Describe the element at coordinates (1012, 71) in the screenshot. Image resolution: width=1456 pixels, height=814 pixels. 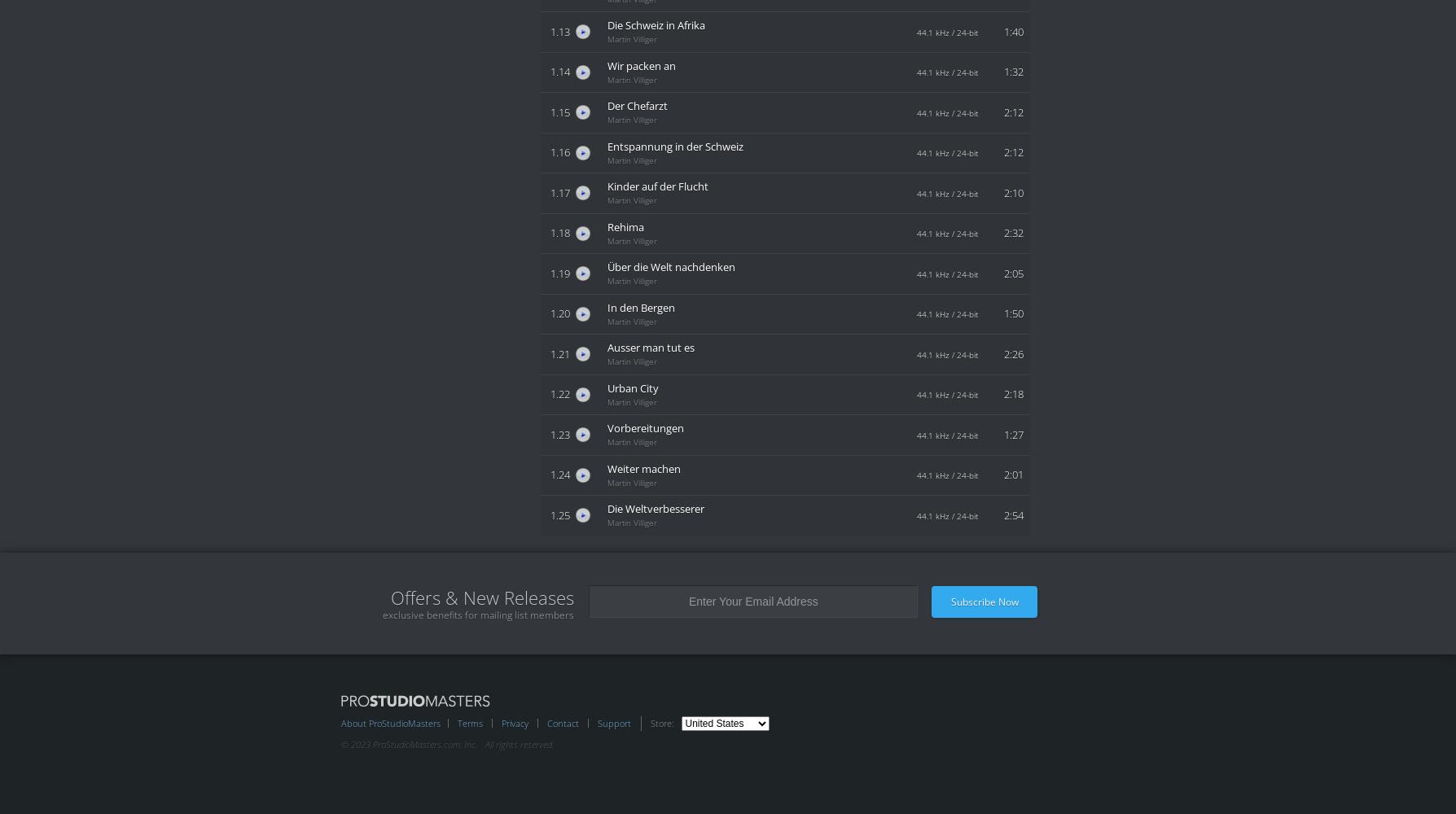
I see `'1:32'` at that location.